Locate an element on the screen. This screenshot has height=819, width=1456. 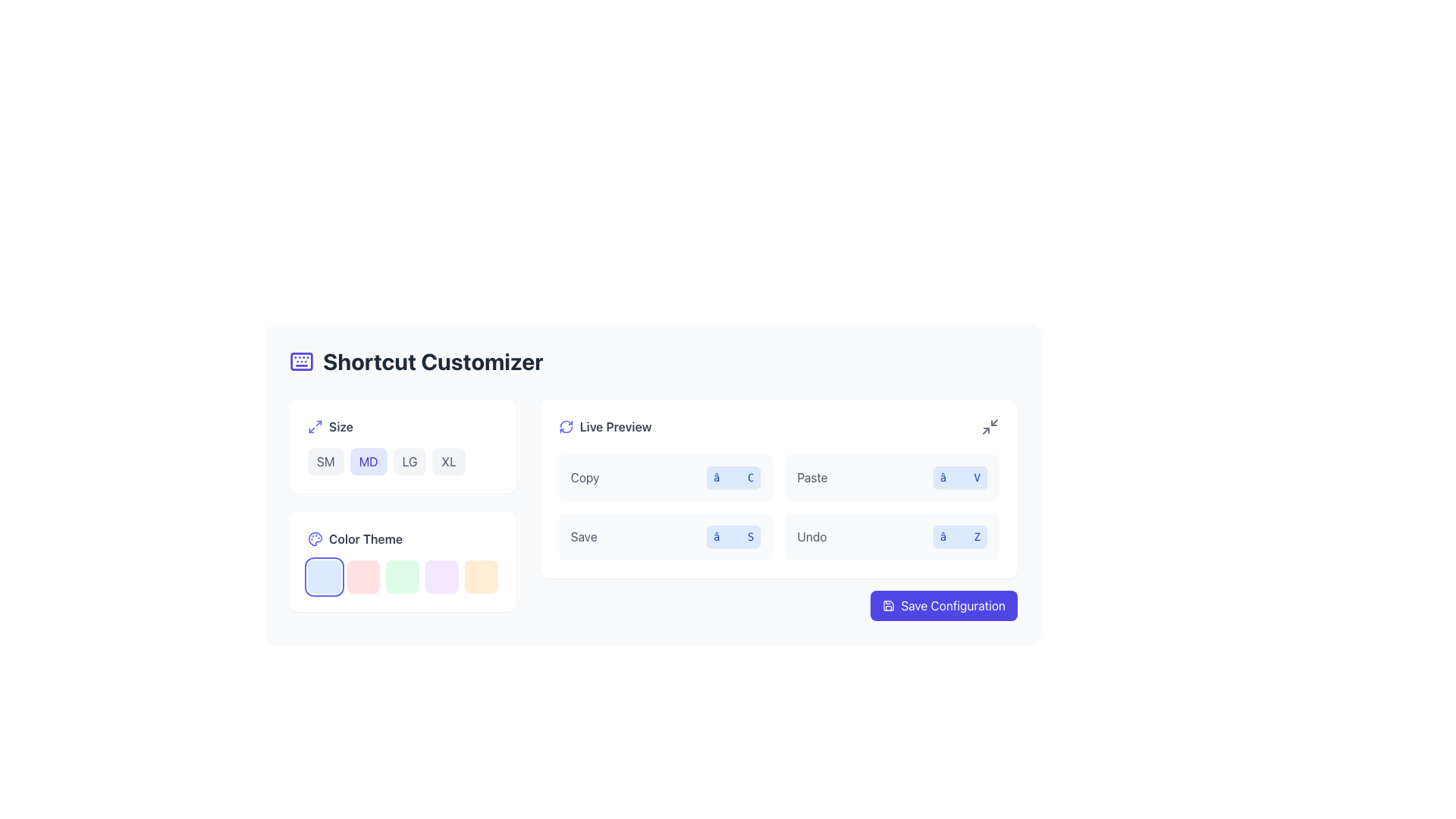
the 'Save' static text label displayed in muted gray color, located in the 'Live Preview' section beneath the 'Copy' and 'Paste' options is located at coordinates (583, 536).